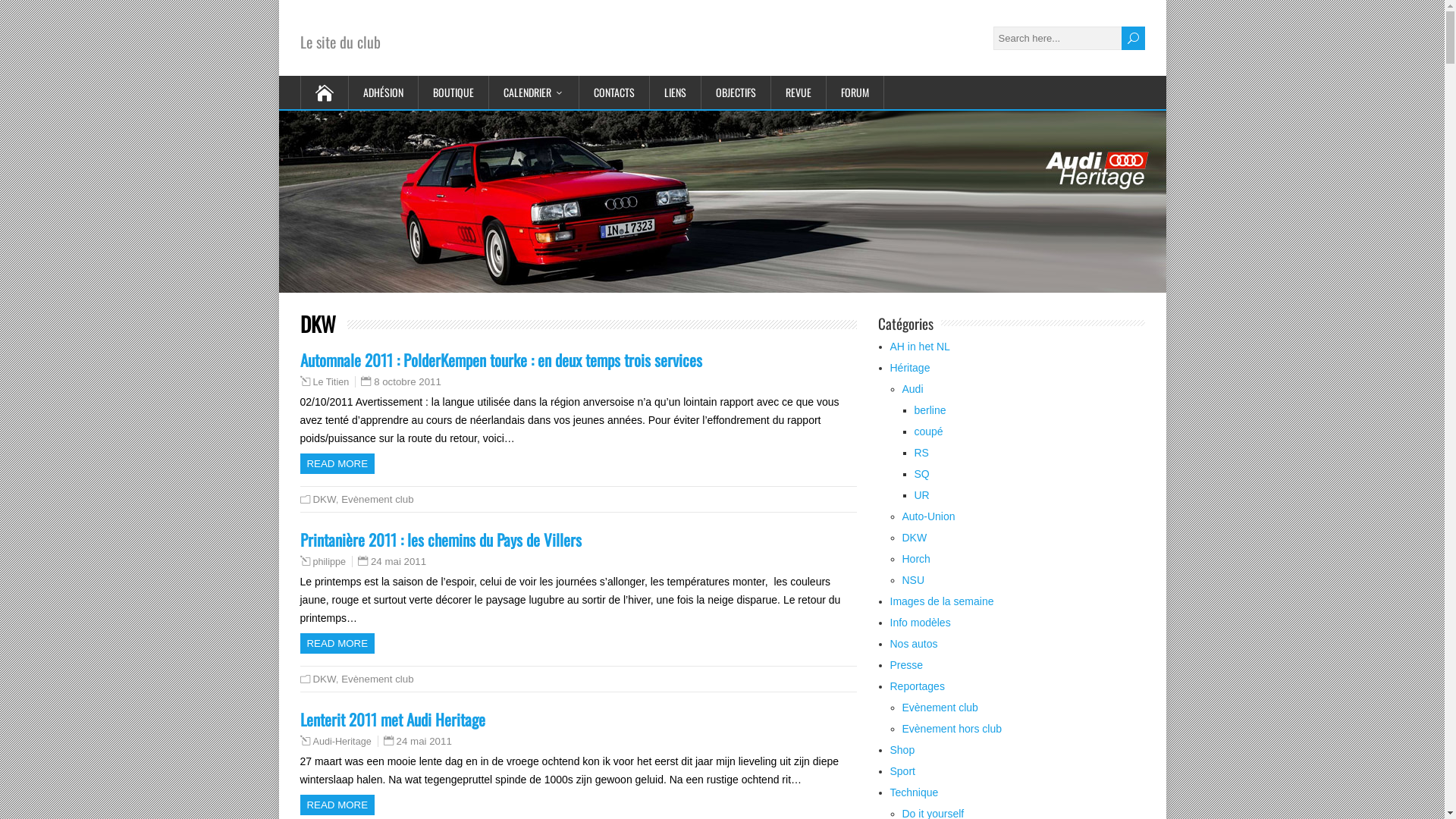 This screenshot has width=1456, height=819. I want to click on 'philippe', so click(328, 561).